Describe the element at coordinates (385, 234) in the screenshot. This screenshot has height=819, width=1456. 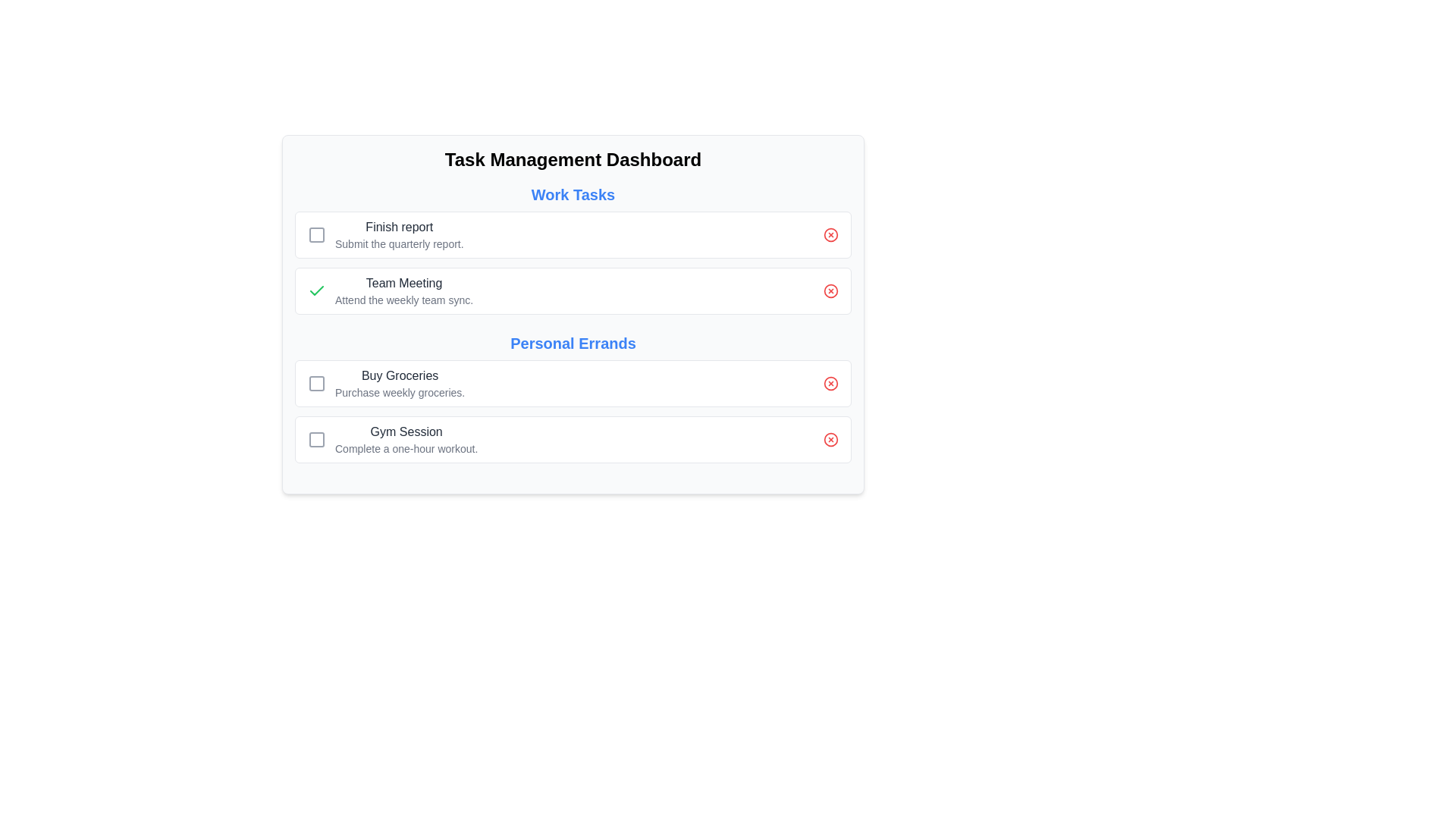
I see `the checkbox and descriptive text of the first task item under the 'Work Tasks' category in the 'Task Management Dashboard'` at that location.